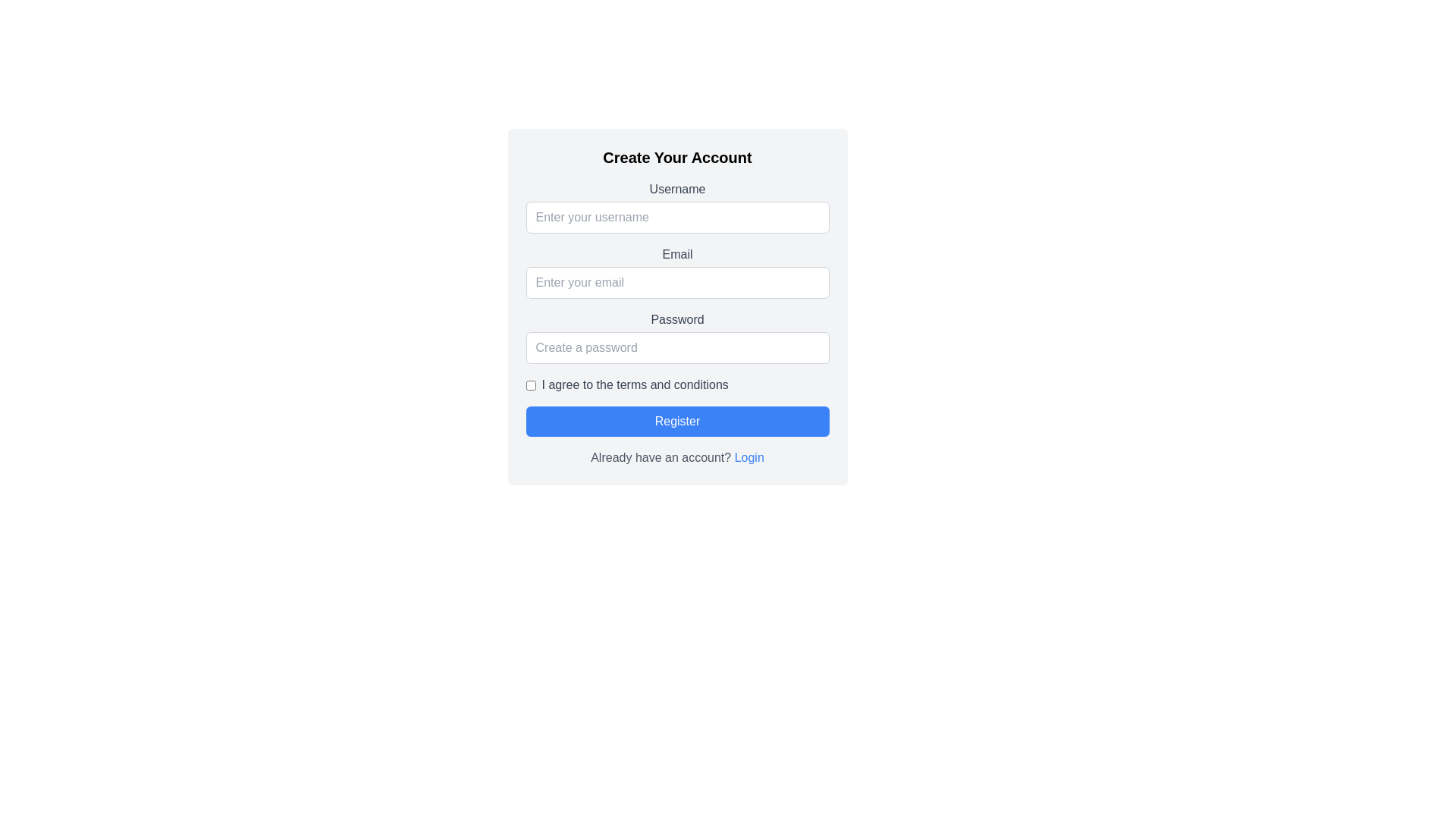 The image size is (1456, 819). Describe the element at coordinates (635, 384) in the screenshot. I see `the static text label displaying 'I agree to the terms and conditions', which is located next to a checkbox in the agreement section below the password creation field and above the 'Register' button` at that location.